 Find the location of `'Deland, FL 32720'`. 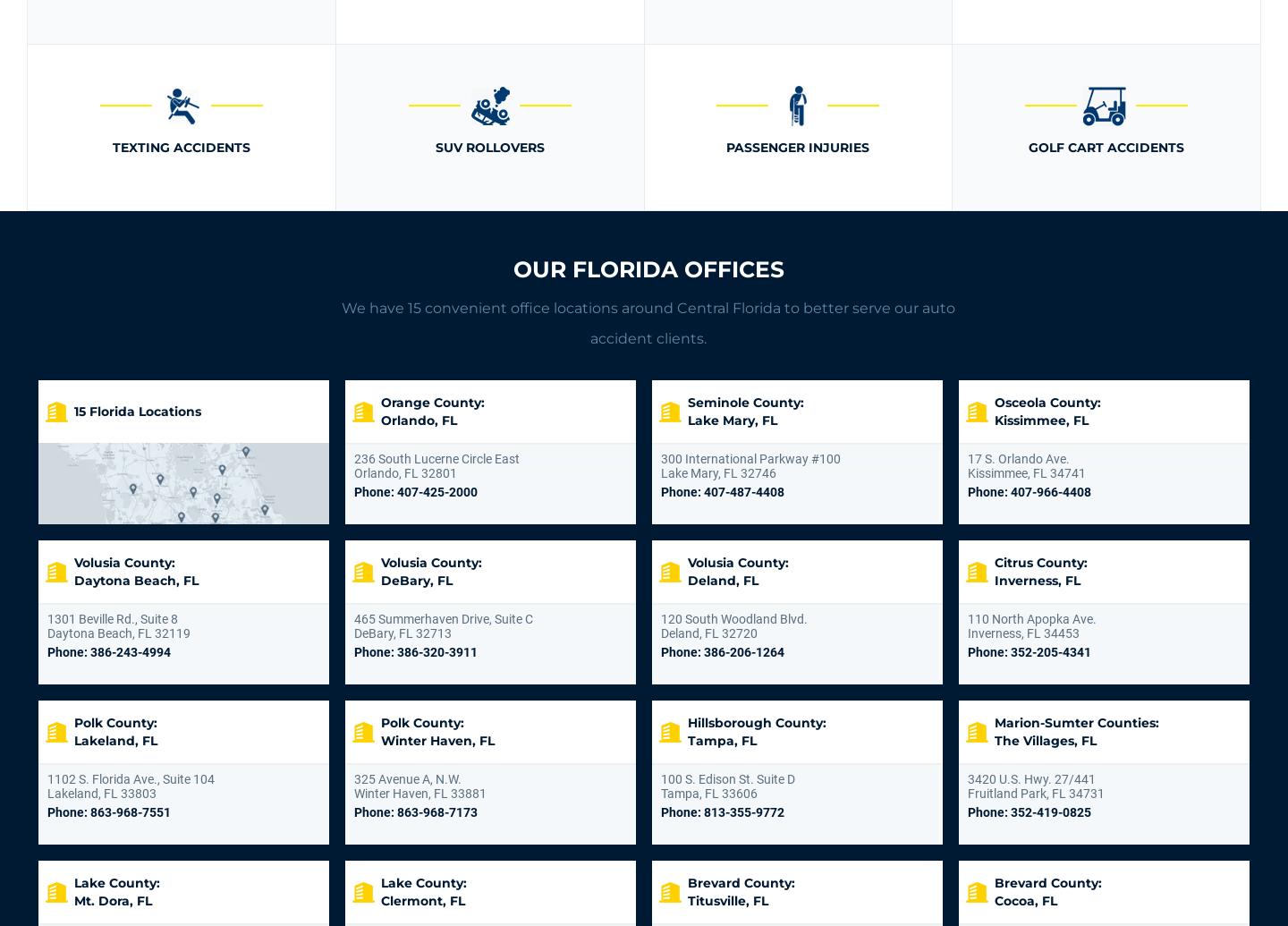

'Deland, FL 32720' is located at coordinates (660, 633).